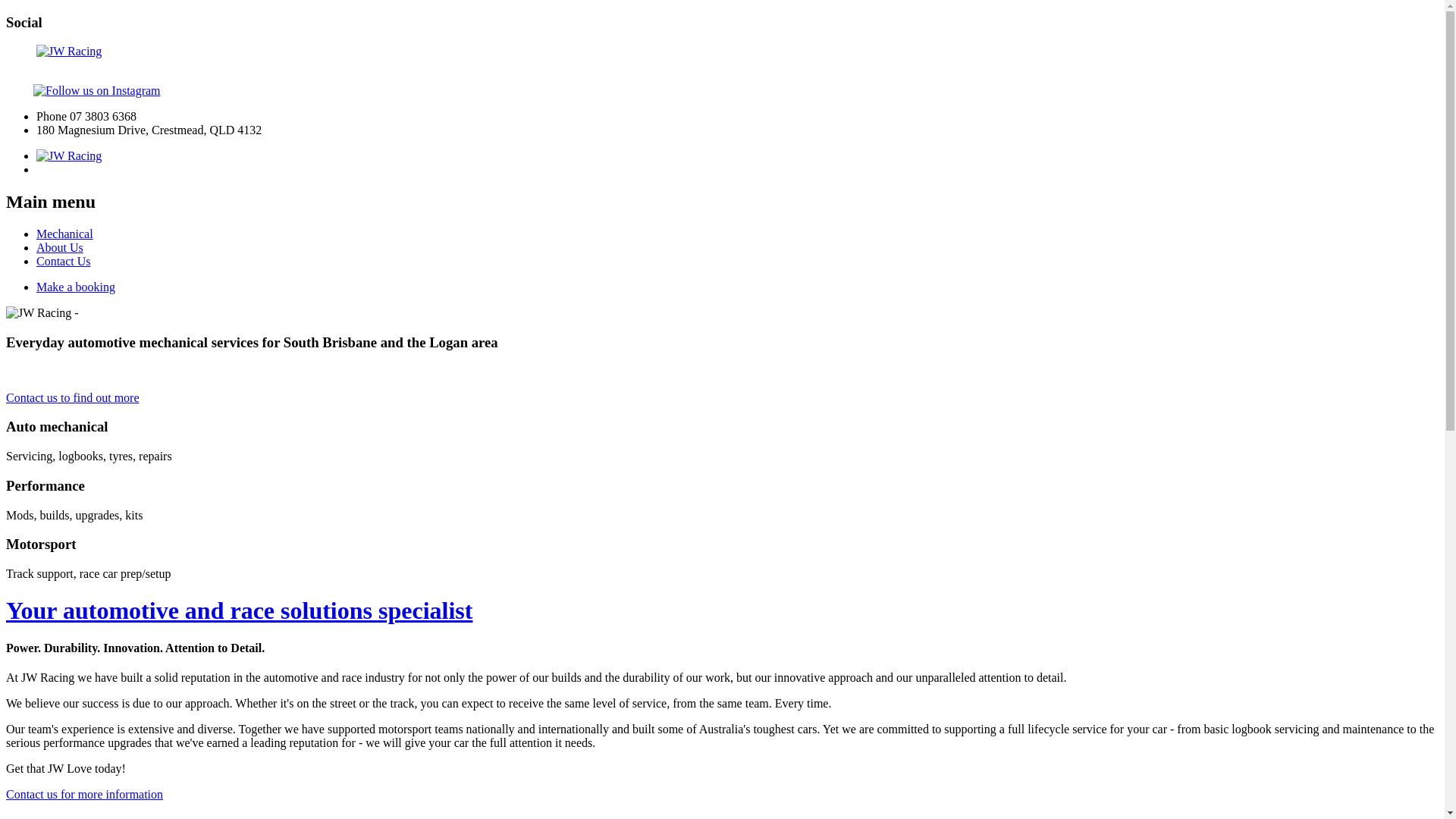  I want to click on 'Follow us on Instagram', so click(96, 90).